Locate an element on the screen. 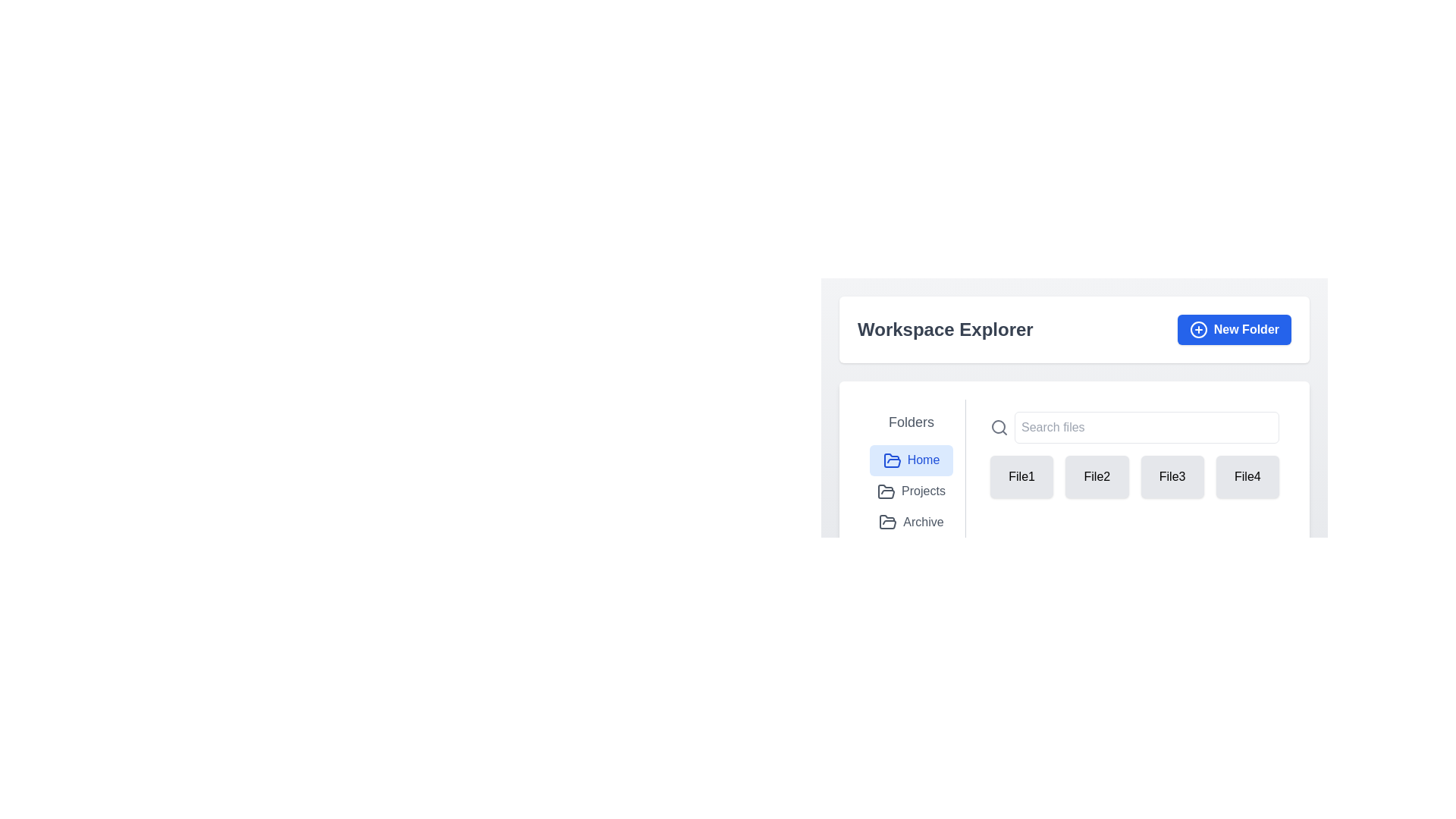 The image size is (1456, 819). the Search icon located in the top-right section of the interface, adjacent to the 'Search files' input field is located at coordinates (999, 427).